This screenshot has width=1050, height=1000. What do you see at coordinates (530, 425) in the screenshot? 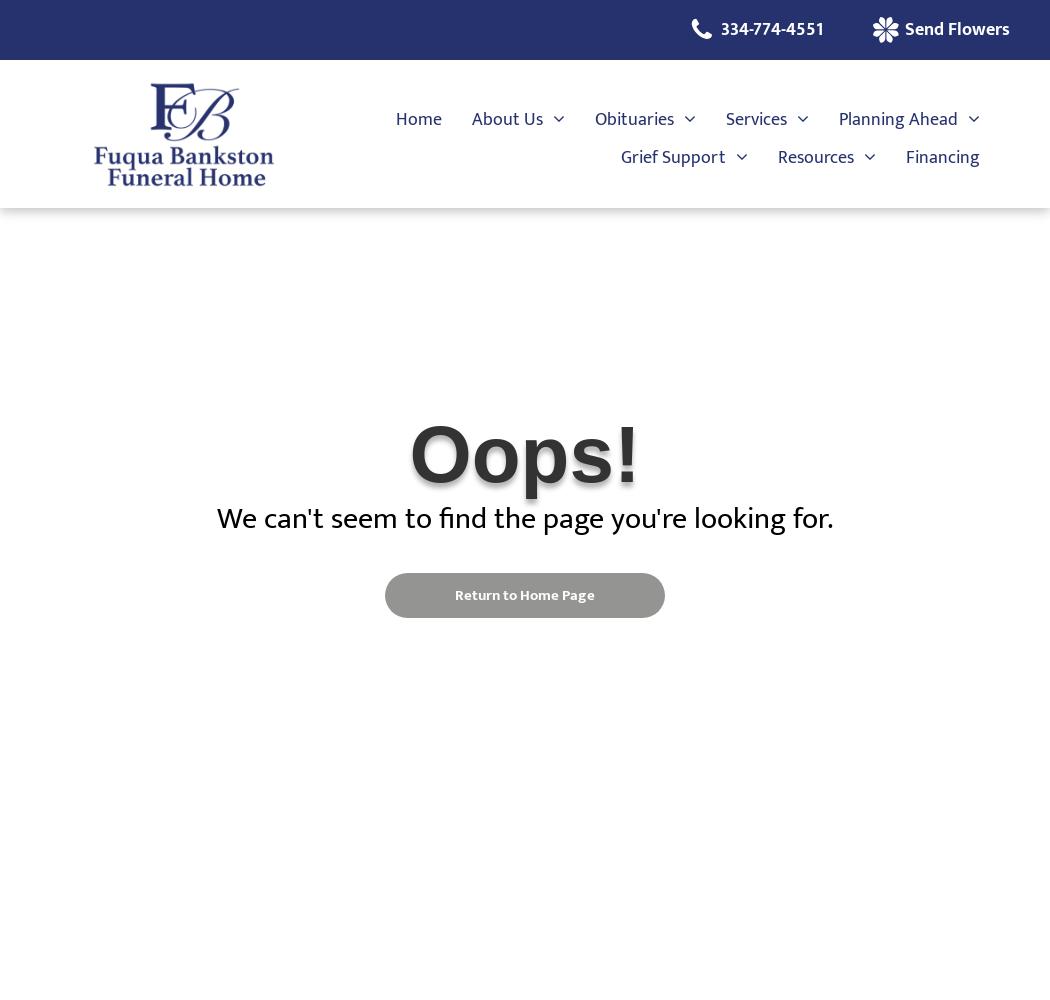
I see `'Testimonials'` at bounding box center [530, 425].